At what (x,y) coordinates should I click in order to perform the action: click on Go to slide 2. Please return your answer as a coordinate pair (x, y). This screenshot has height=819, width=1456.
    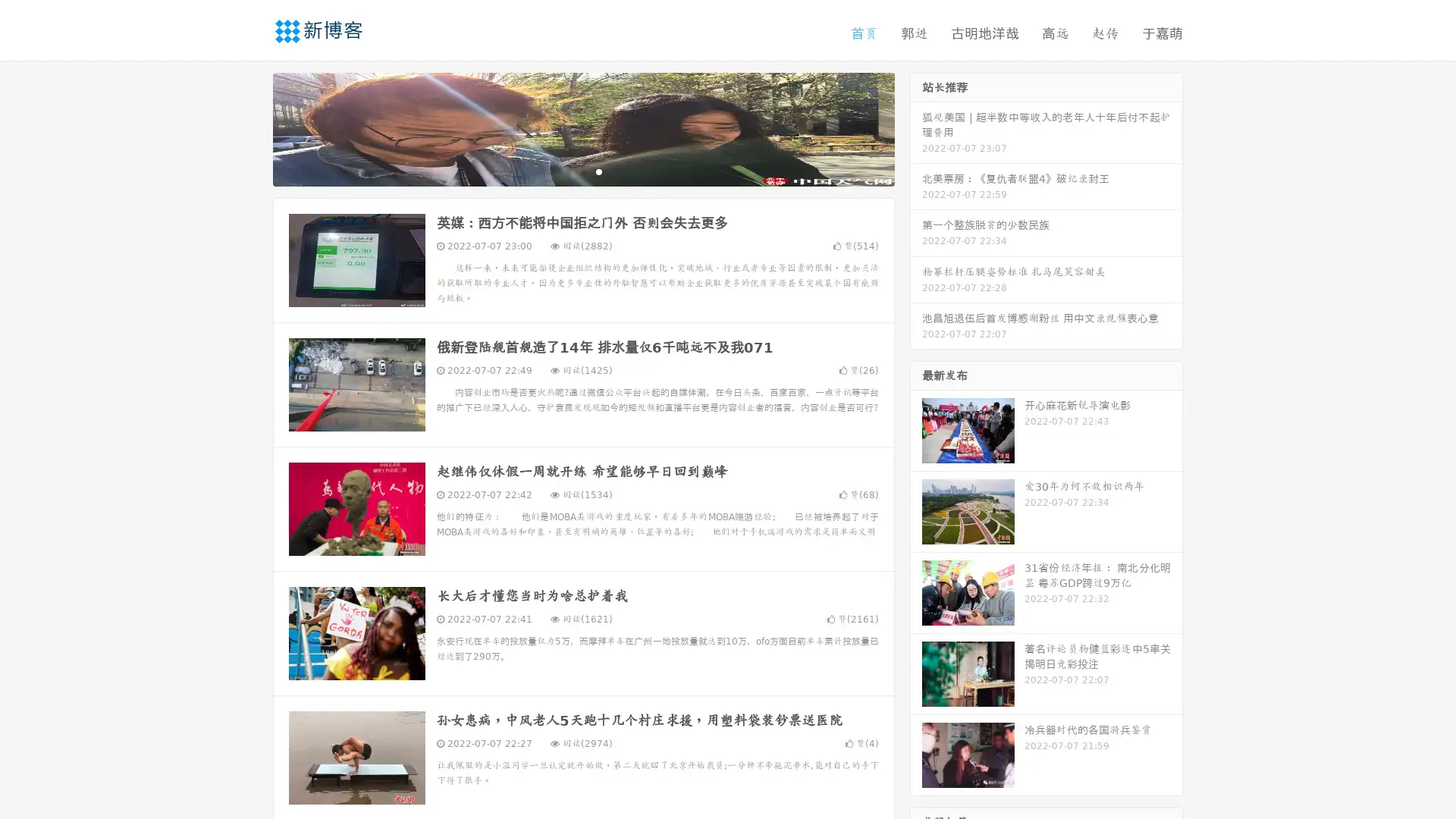
    Looking at the image, I should click on (582, 171).